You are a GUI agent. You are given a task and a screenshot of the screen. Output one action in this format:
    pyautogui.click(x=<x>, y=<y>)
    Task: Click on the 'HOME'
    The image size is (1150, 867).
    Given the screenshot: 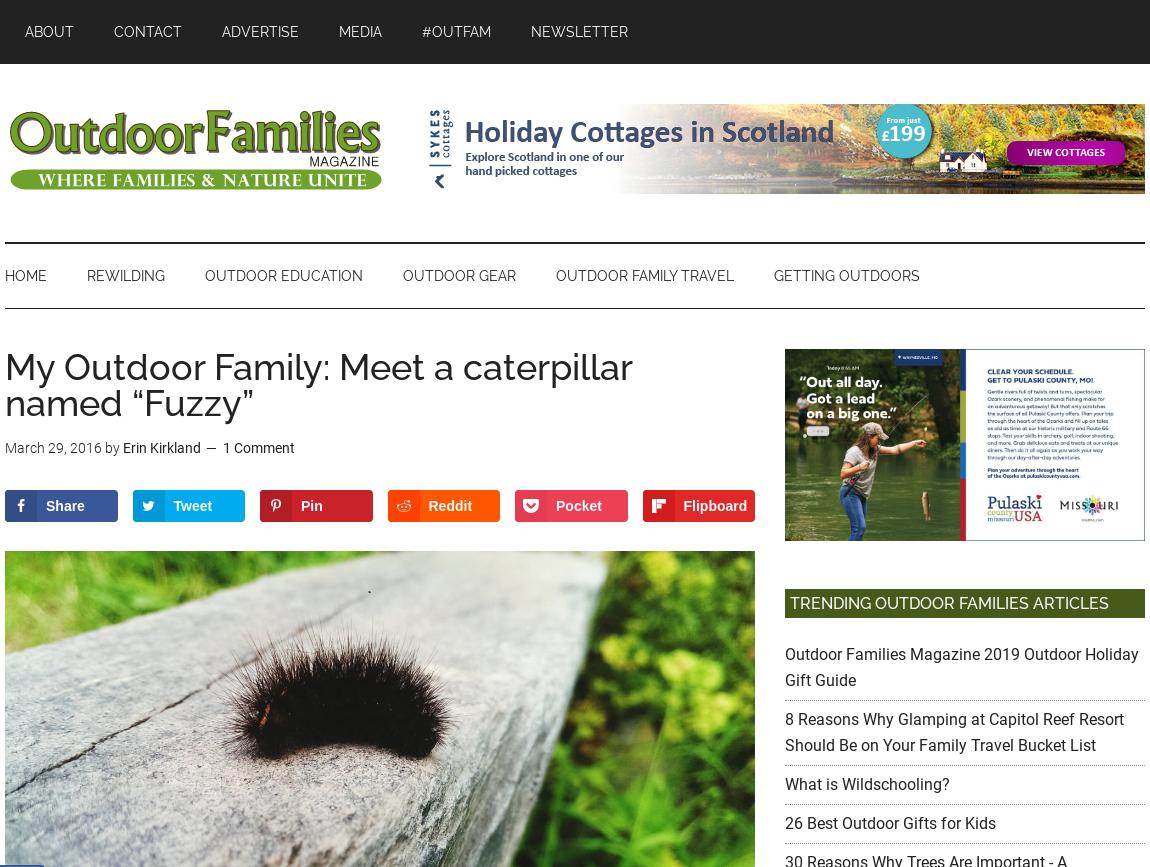 What is the action you would take?
    pyautogui.click(x=24, y=275)
    